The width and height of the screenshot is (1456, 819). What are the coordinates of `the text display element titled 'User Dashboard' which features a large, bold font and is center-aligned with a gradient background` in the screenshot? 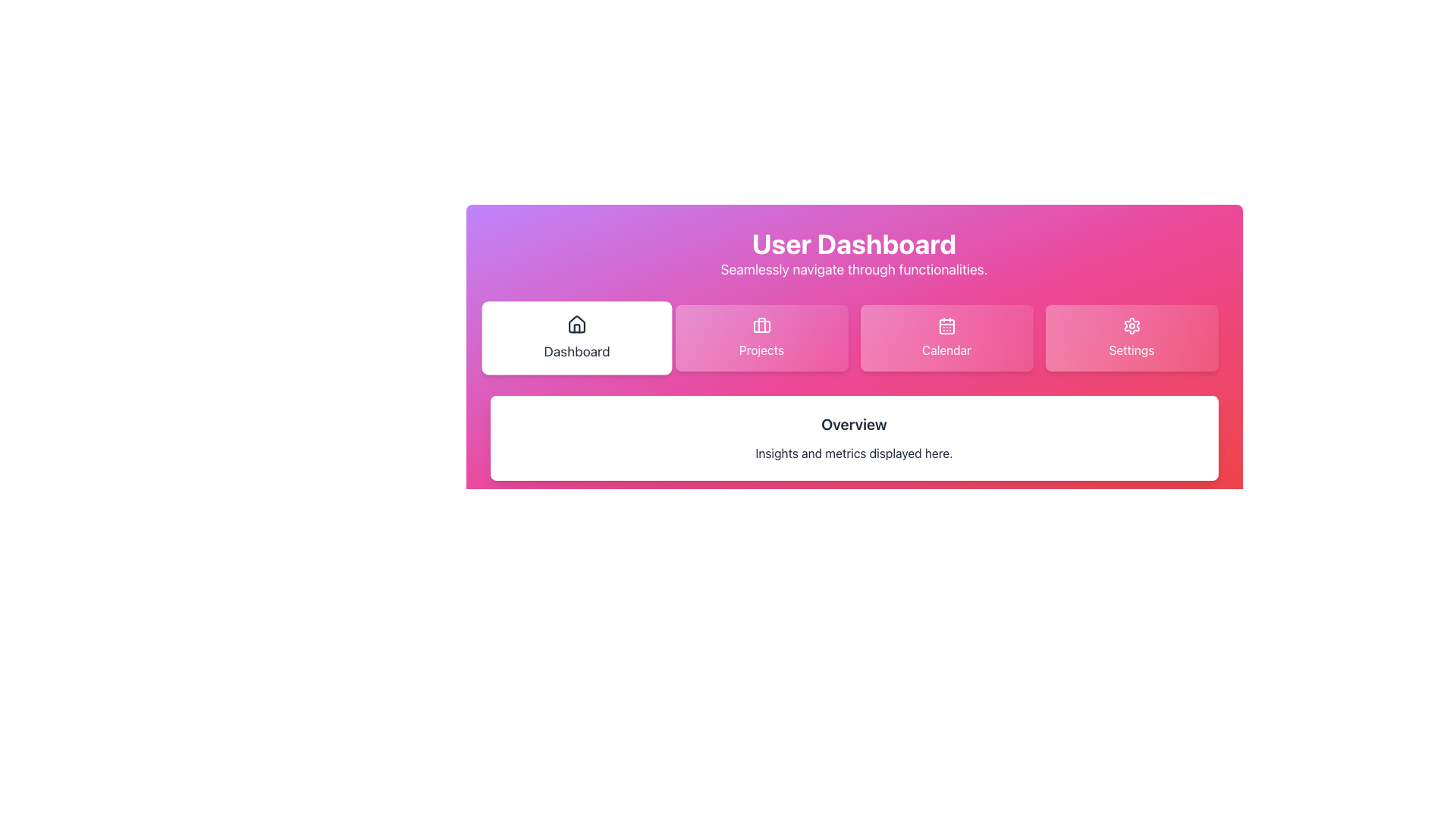 It's located at (854, 253).